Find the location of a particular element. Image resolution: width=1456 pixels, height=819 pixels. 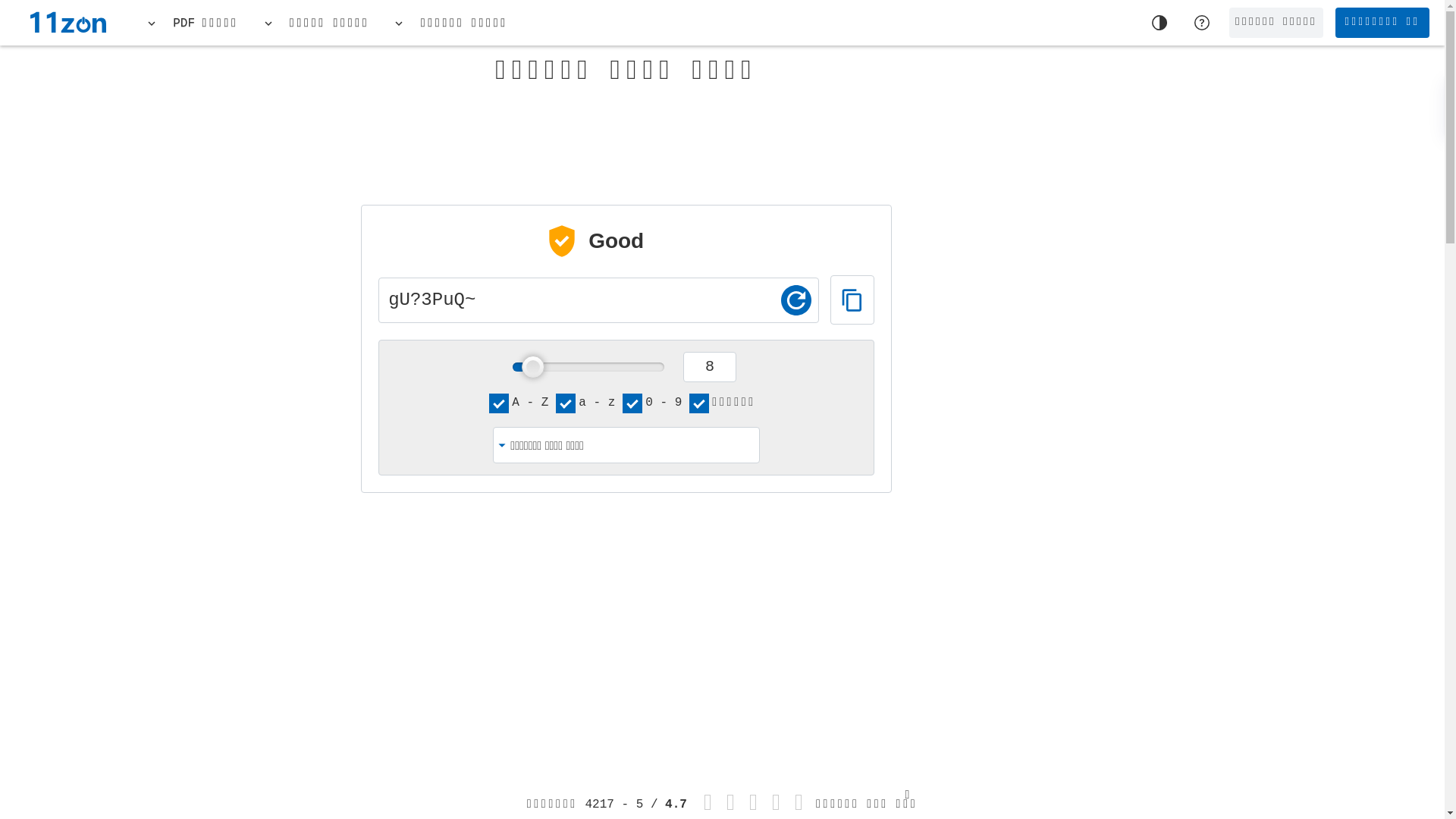

'Refresh' is located at coordinates (795, 300).